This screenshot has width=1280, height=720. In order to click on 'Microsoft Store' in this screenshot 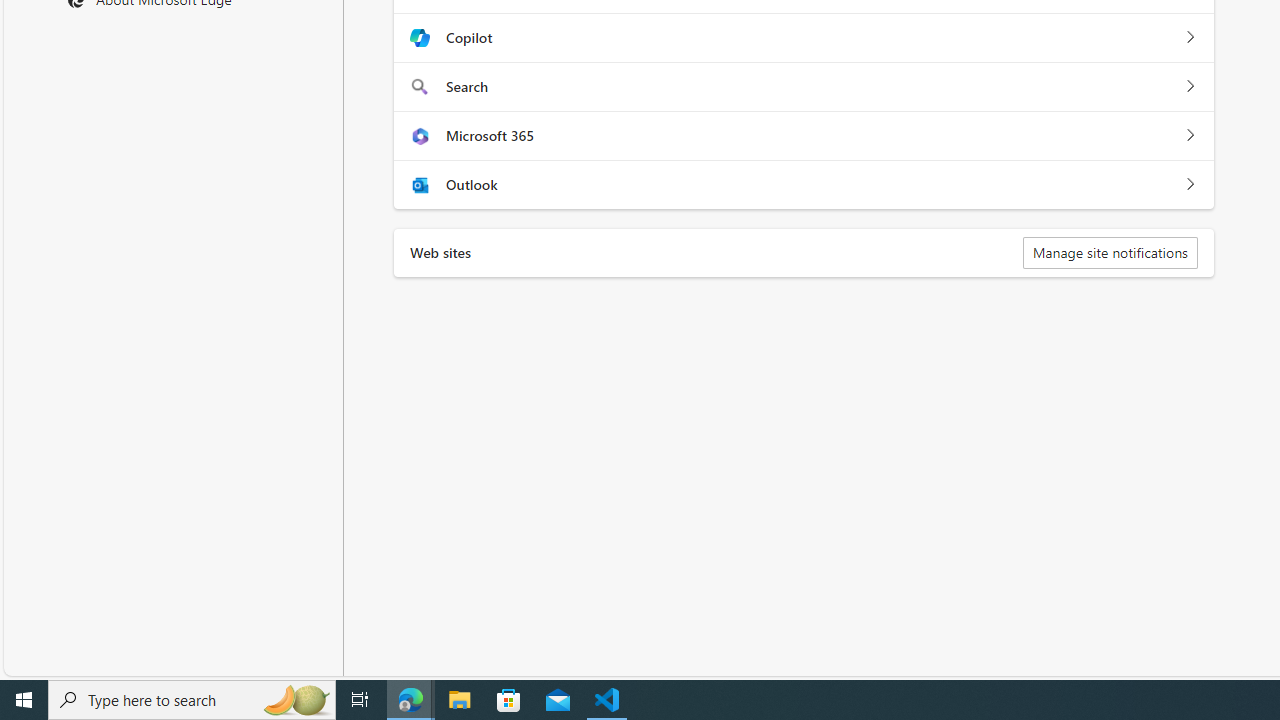, I will do `click(509, 698)`.